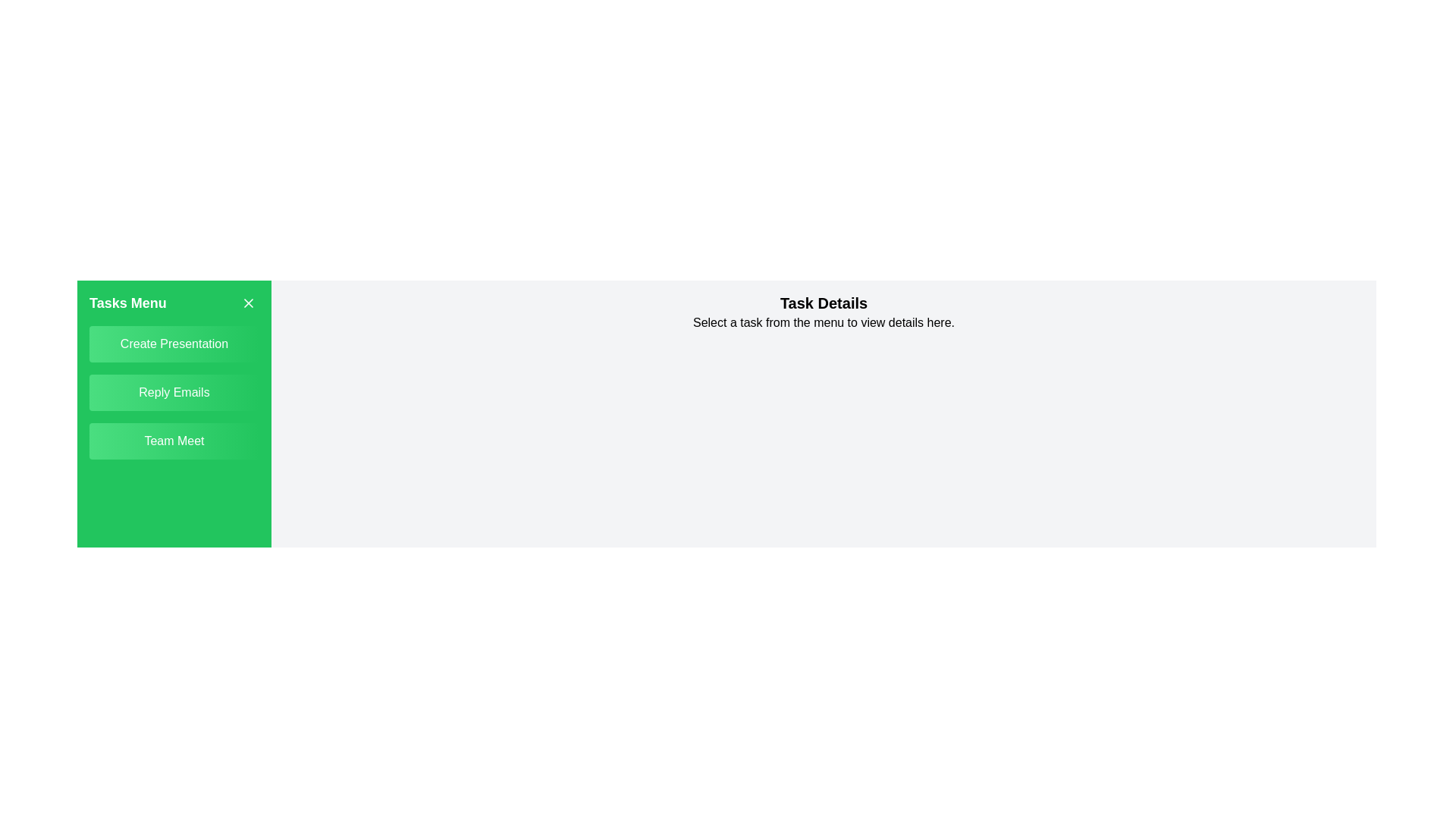  I want to click on the task titled Team Meet in the task list, so click(174, 441).